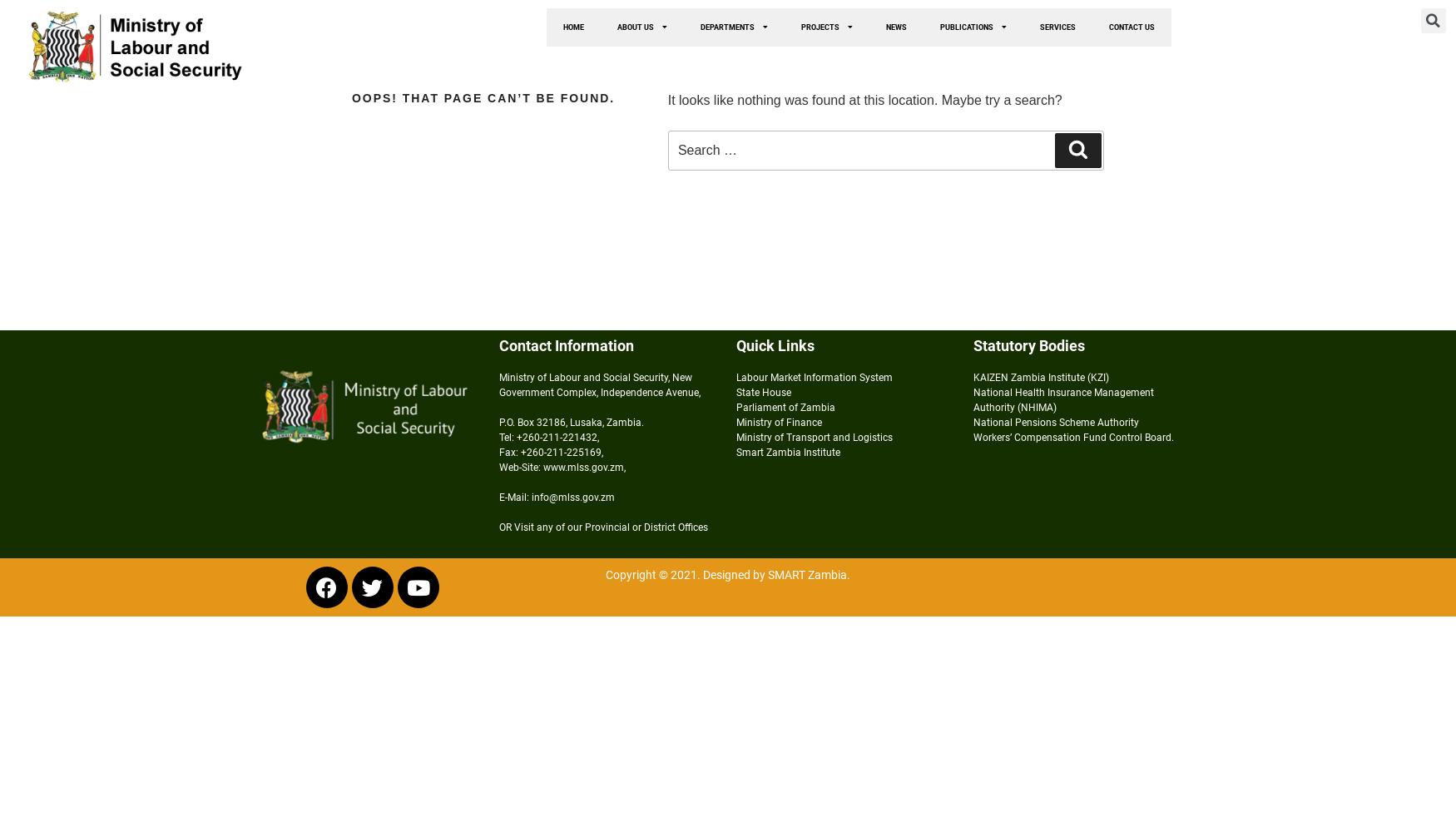 This screenshot has height=832, width=1456. I want to click on 'Smart Zambia Institute', so click(735, 453).